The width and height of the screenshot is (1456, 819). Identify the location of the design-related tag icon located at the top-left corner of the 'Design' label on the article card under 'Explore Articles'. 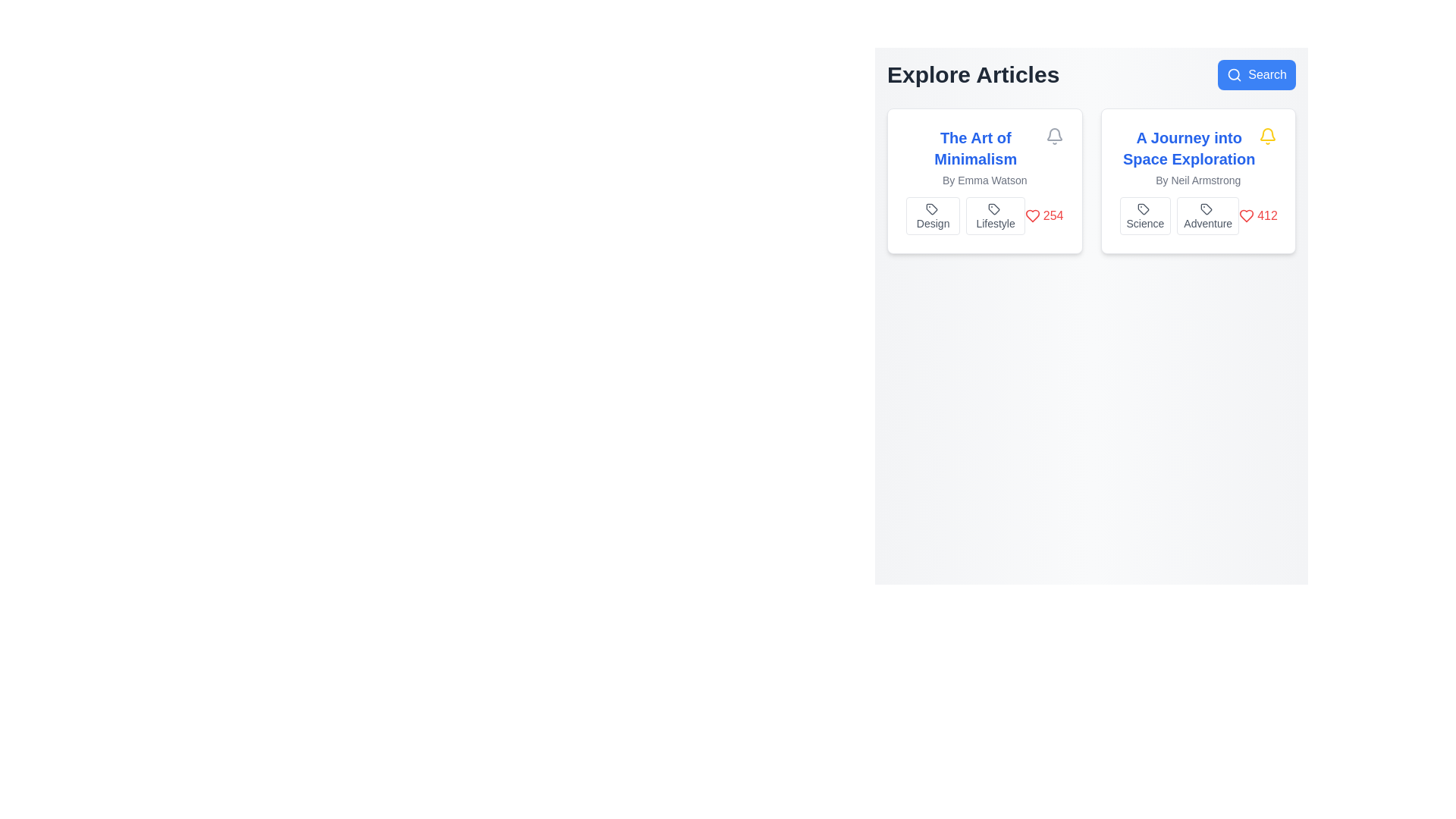
(930, 209).